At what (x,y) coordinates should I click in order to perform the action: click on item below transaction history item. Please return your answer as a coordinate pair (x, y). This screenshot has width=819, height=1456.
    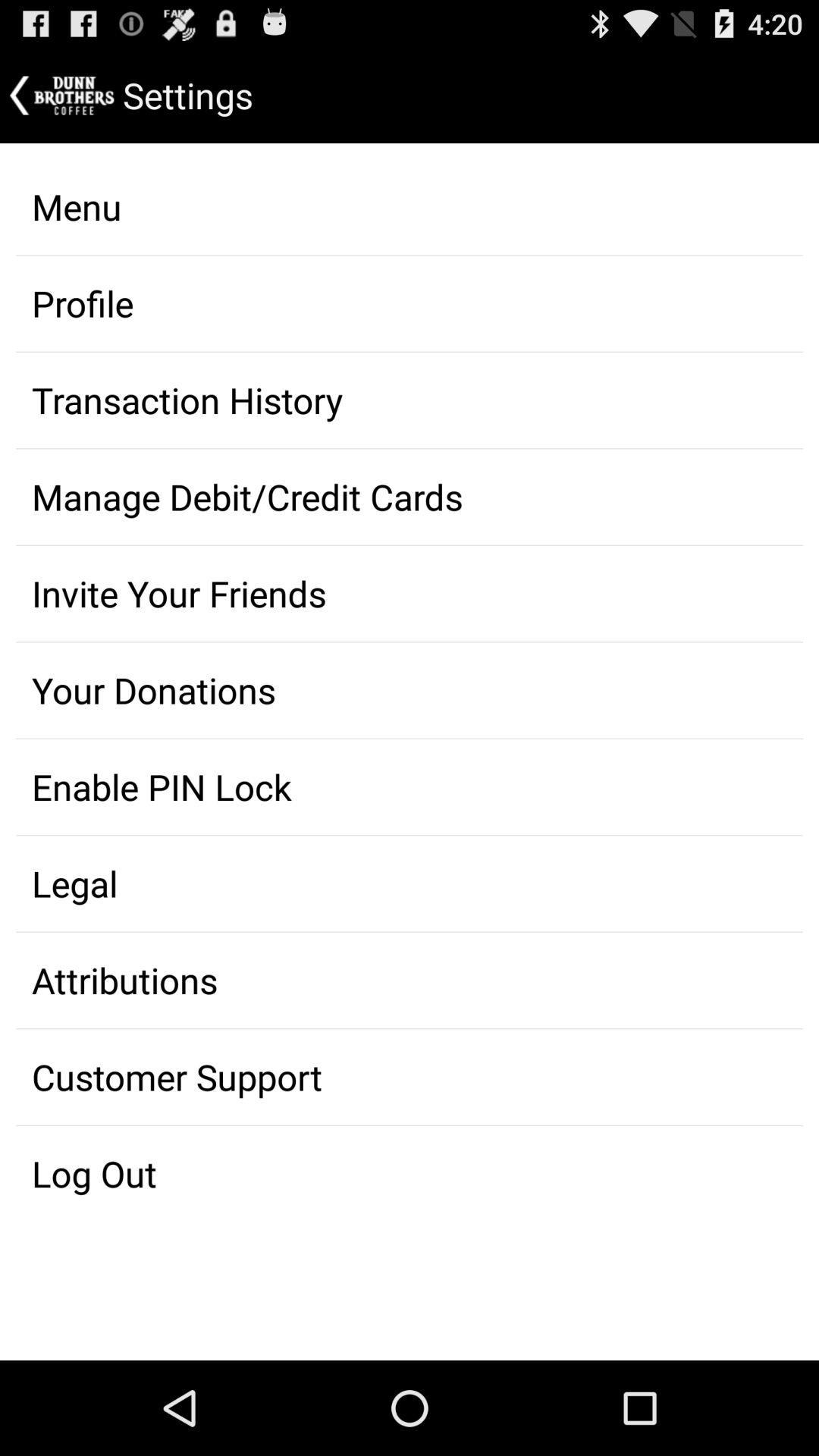
    Looking at the image, I should click on (409, 497).